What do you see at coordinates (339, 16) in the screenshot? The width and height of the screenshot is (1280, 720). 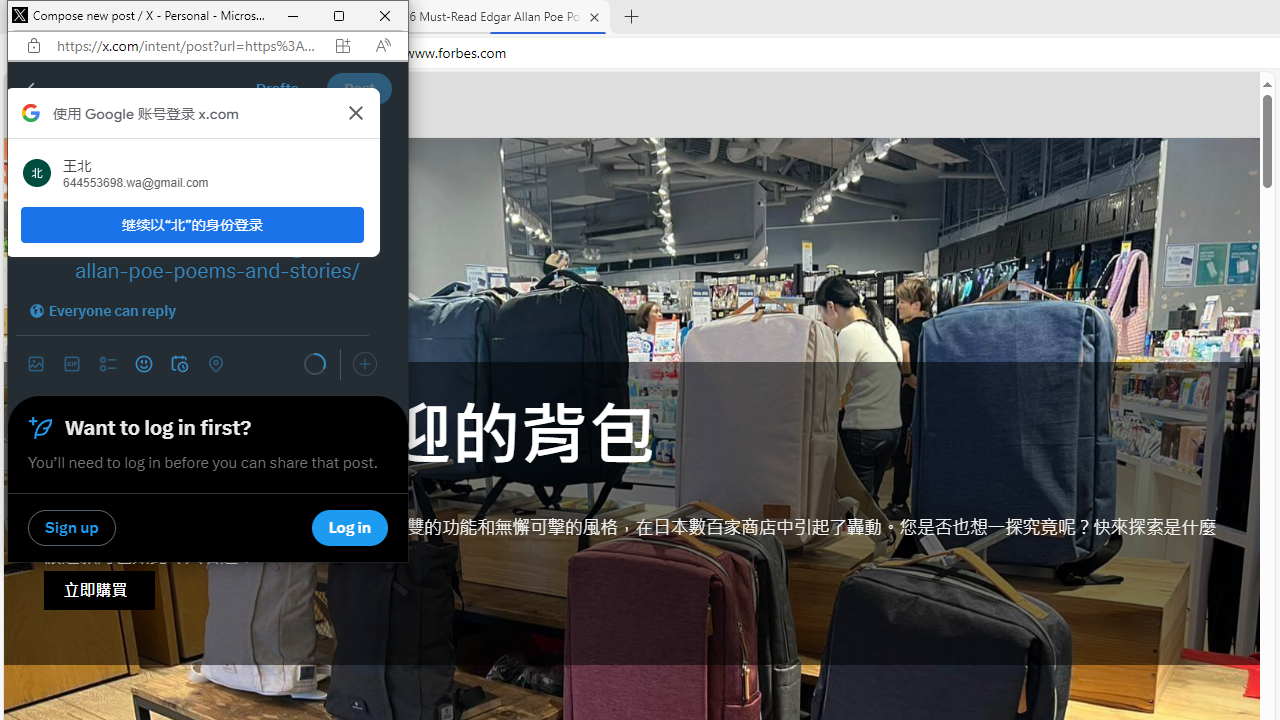 I see `'Maximize'` at bounding box center [339, 16].